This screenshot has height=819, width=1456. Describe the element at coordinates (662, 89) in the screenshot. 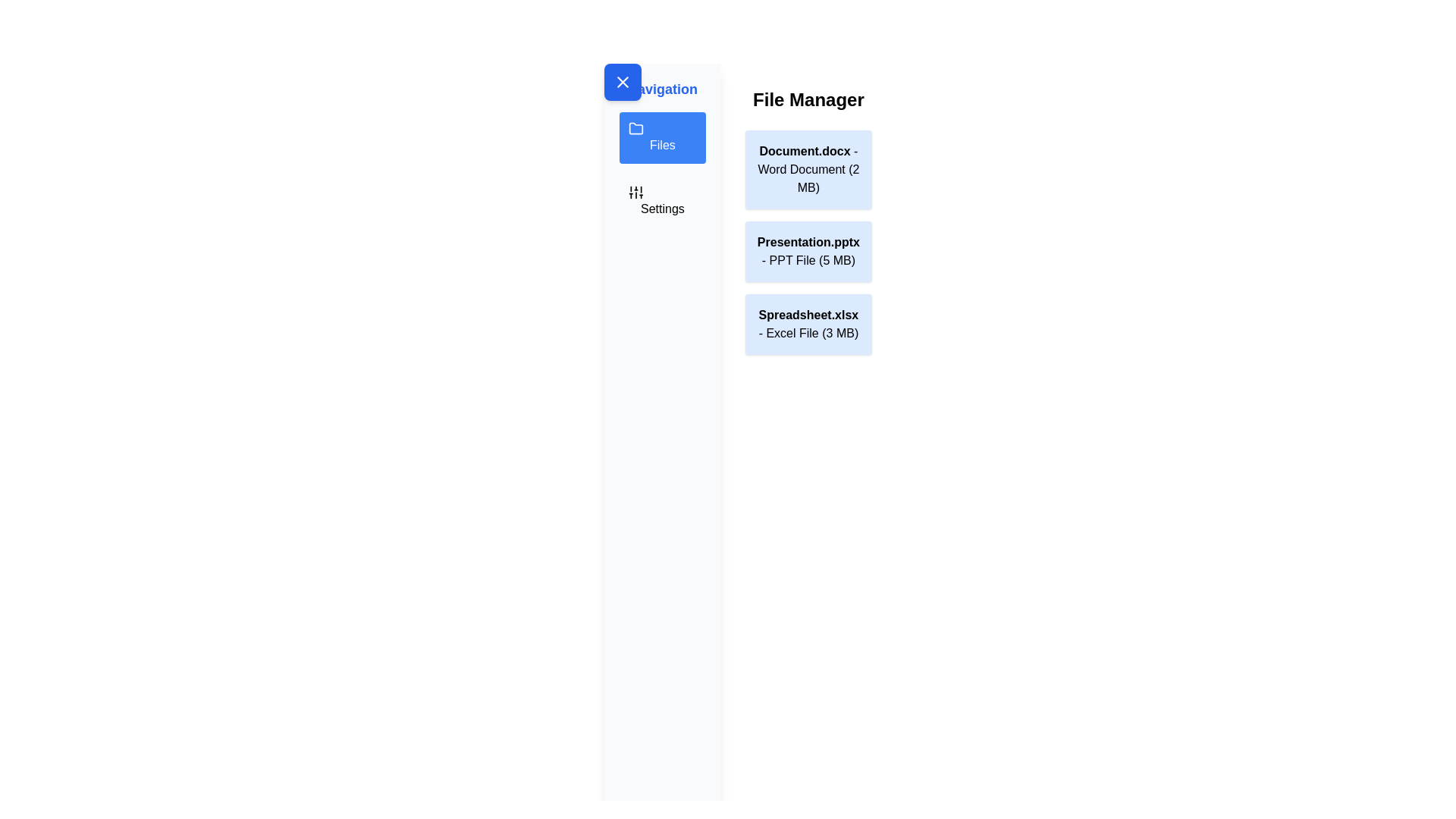

I see `the bold, large-sized text label 'Navigation' styled in blue at the top of the vertical navigation sidebar` at that location.